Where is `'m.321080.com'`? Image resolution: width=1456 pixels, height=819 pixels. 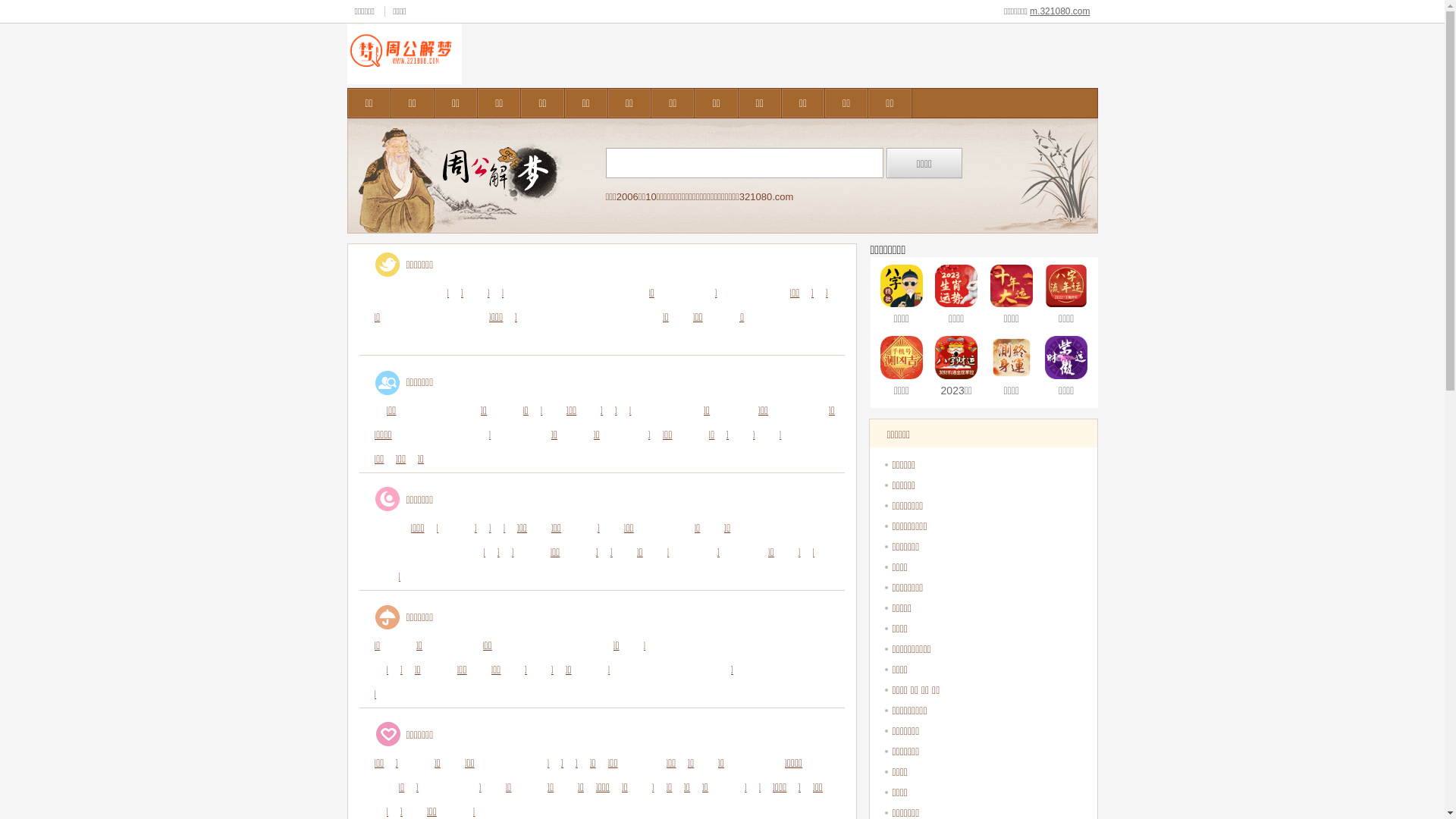
'm.321080.com' is located at coordinates (1030, 11).